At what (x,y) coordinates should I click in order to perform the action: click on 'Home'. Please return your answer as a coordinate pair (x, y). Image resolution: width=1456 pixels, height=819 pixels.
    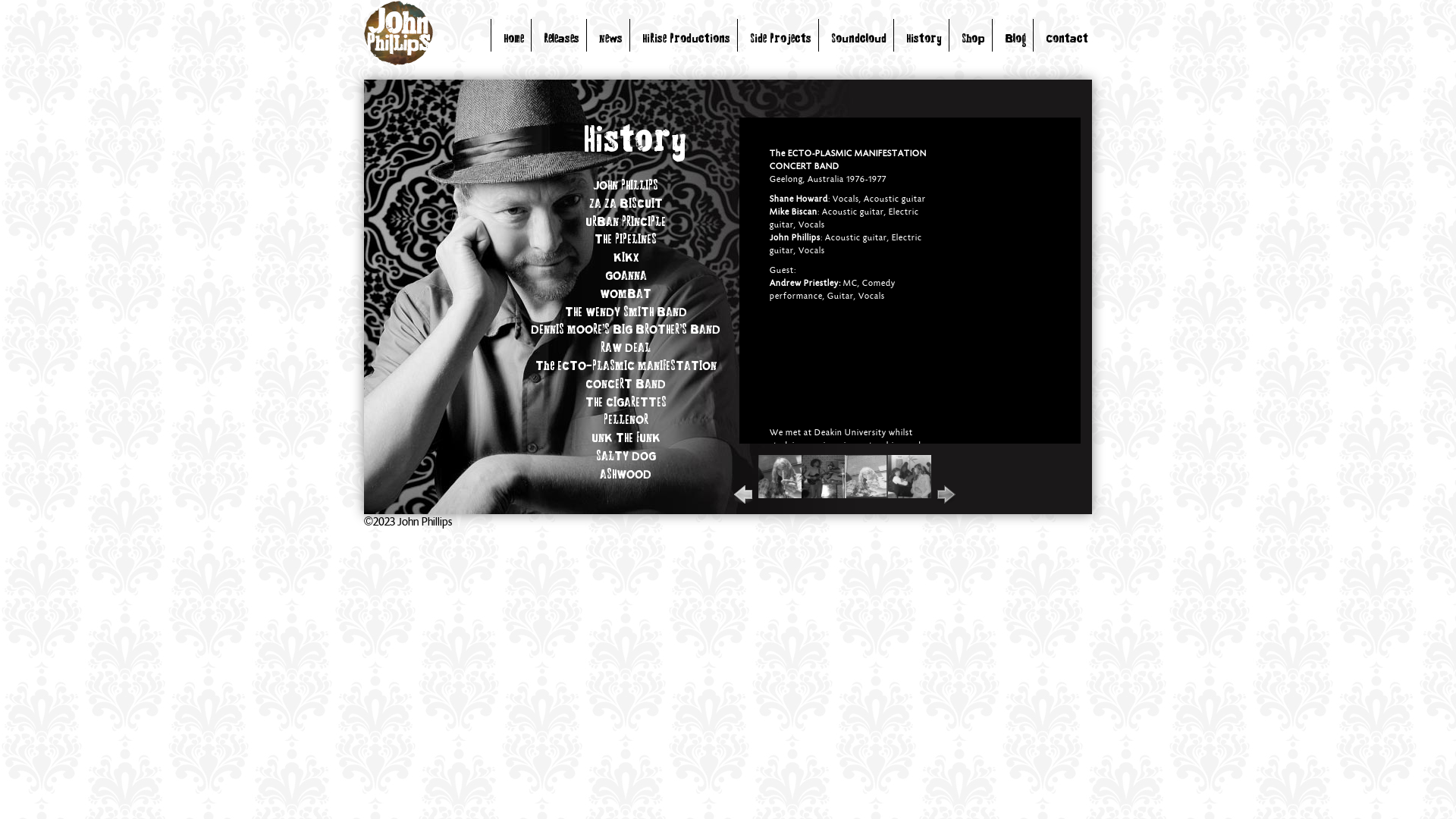
    Looking at the image, I should click on (513, 39).